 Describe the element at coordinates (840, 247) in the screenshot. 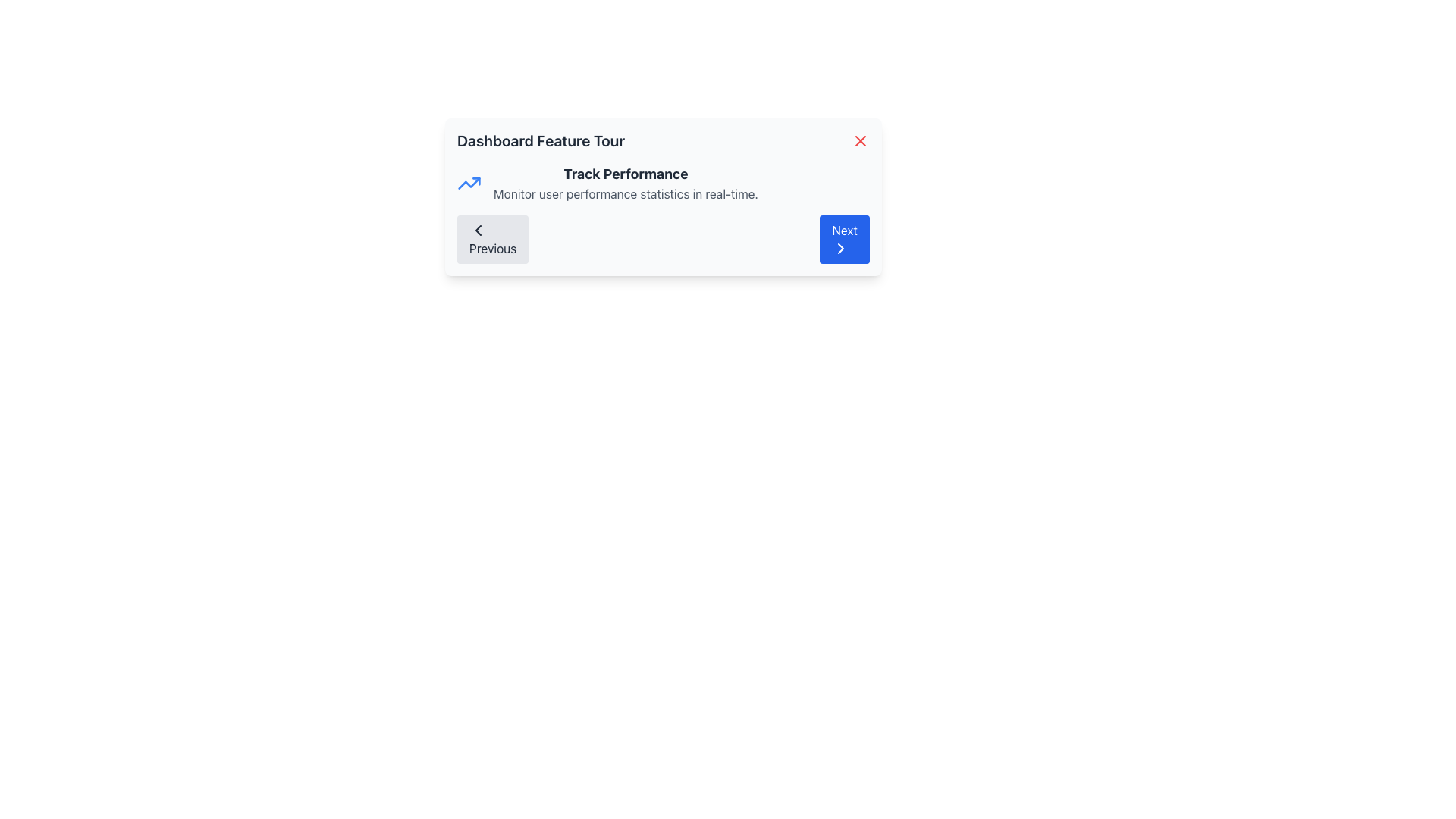

I see `the rightward-pointing chevron icon within the 'Next' button on the 'Dashboard Feature Tour' modal` at that location.